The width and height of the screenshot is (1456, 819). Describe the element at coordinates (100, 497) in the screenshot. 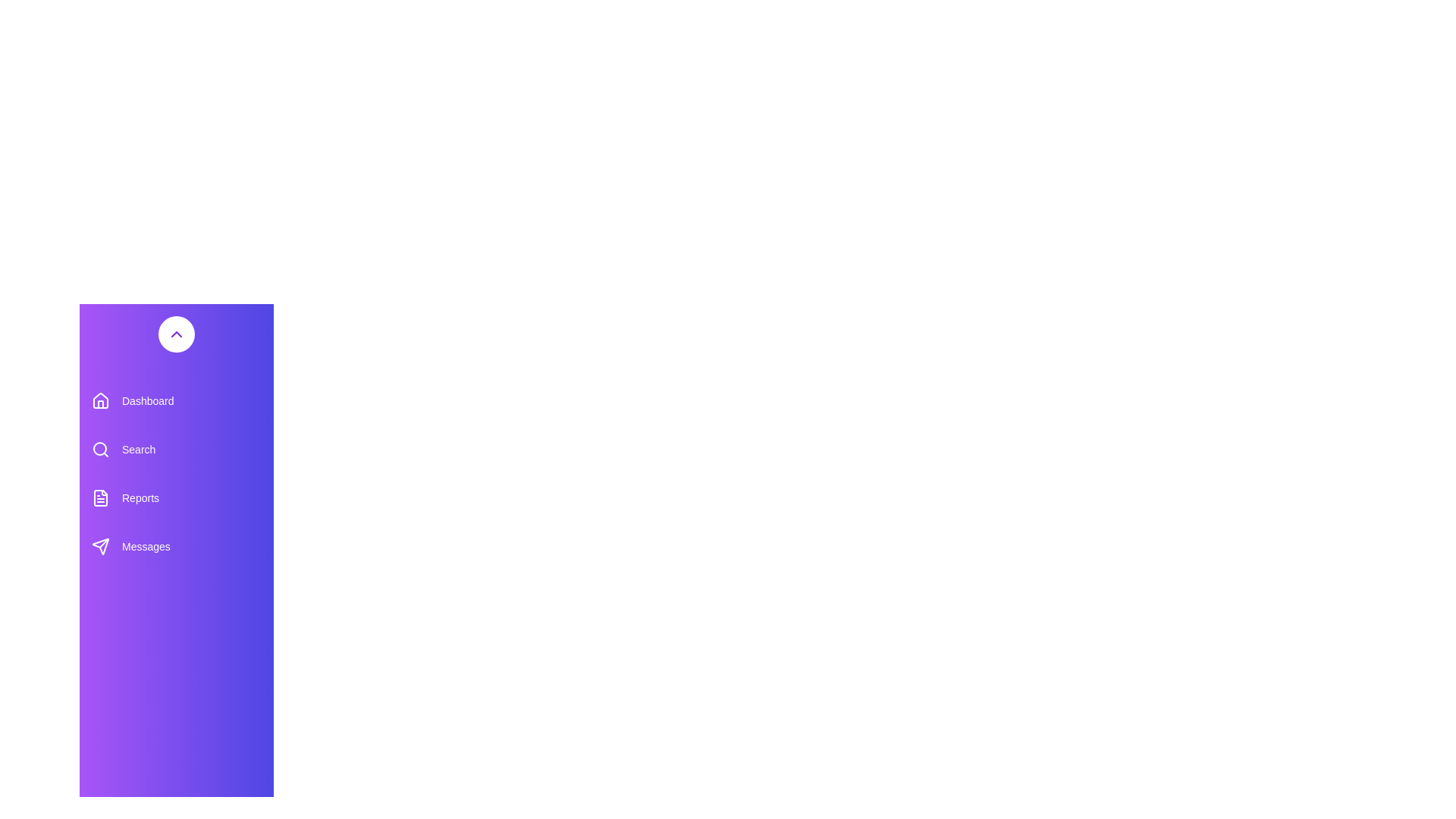

I see `the purple document icon located in the left sidebar navigation menu, adjacent to the 'Reports' text label` at that location.